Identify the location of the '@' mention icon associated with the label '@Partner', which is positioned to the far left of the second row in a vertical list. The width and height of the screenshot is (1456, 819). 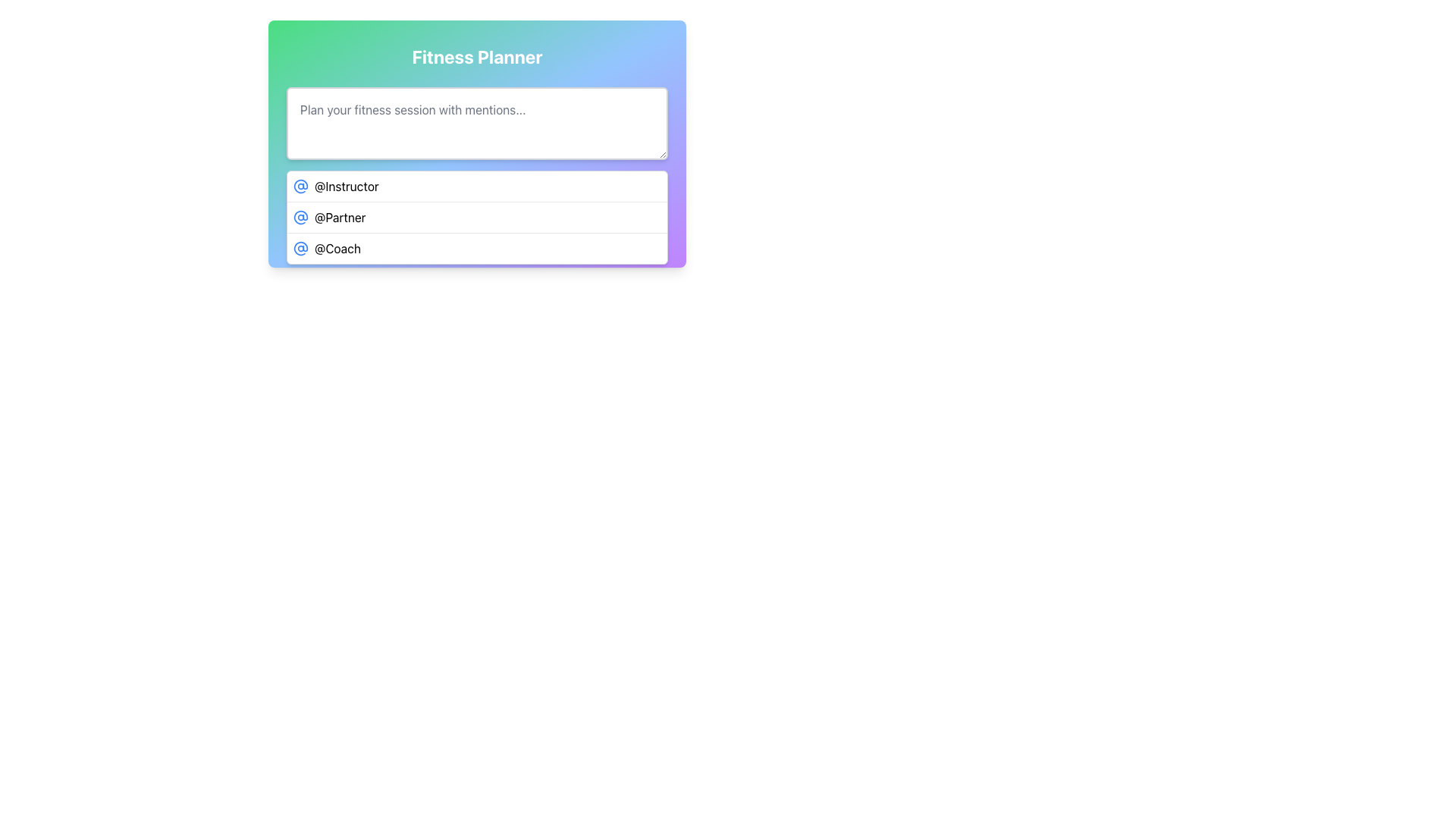
(301, 217).